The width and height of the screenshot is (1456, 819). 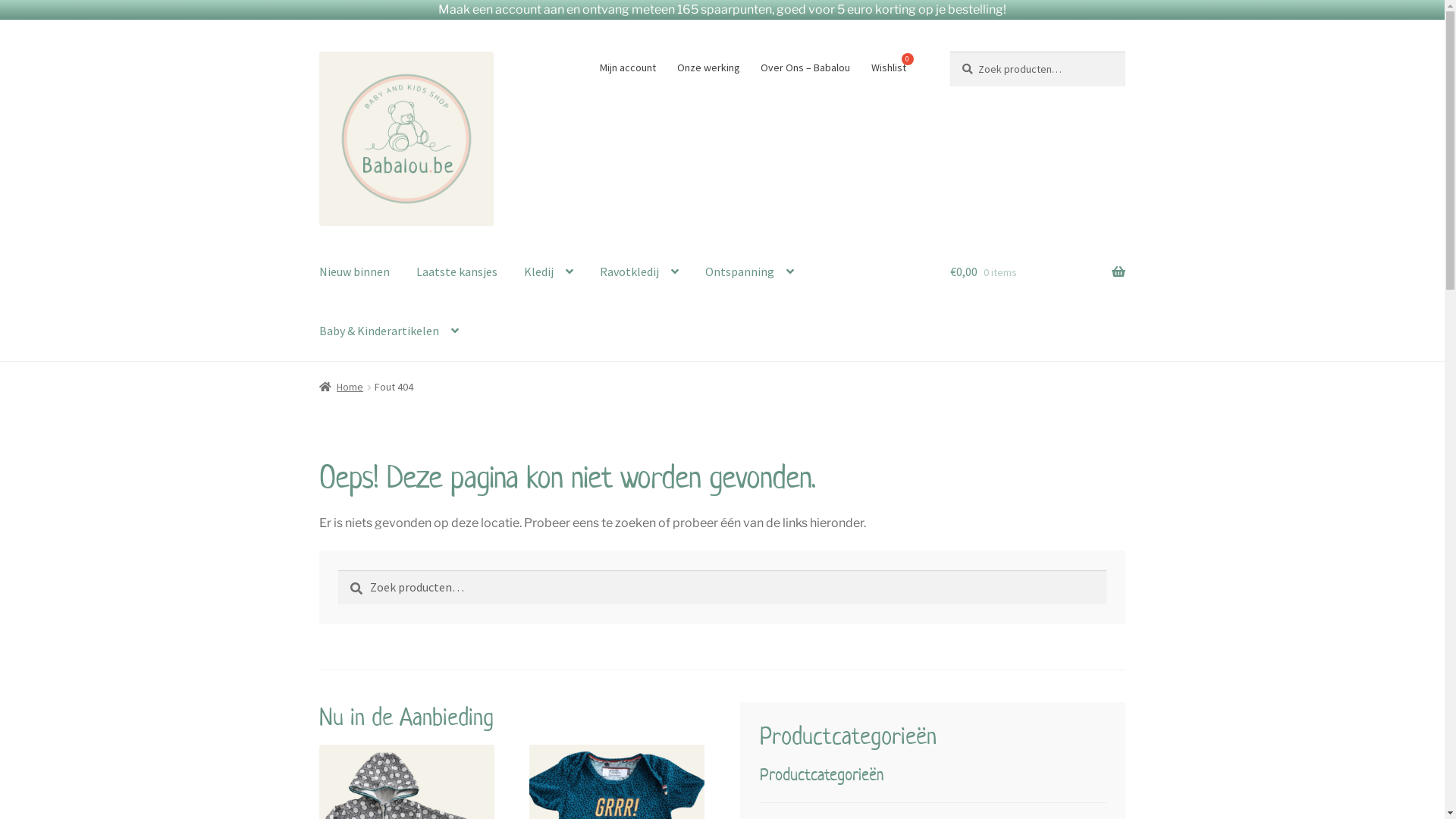 I want to click on 'Nieuw binnen', so click(x=353, y=271).